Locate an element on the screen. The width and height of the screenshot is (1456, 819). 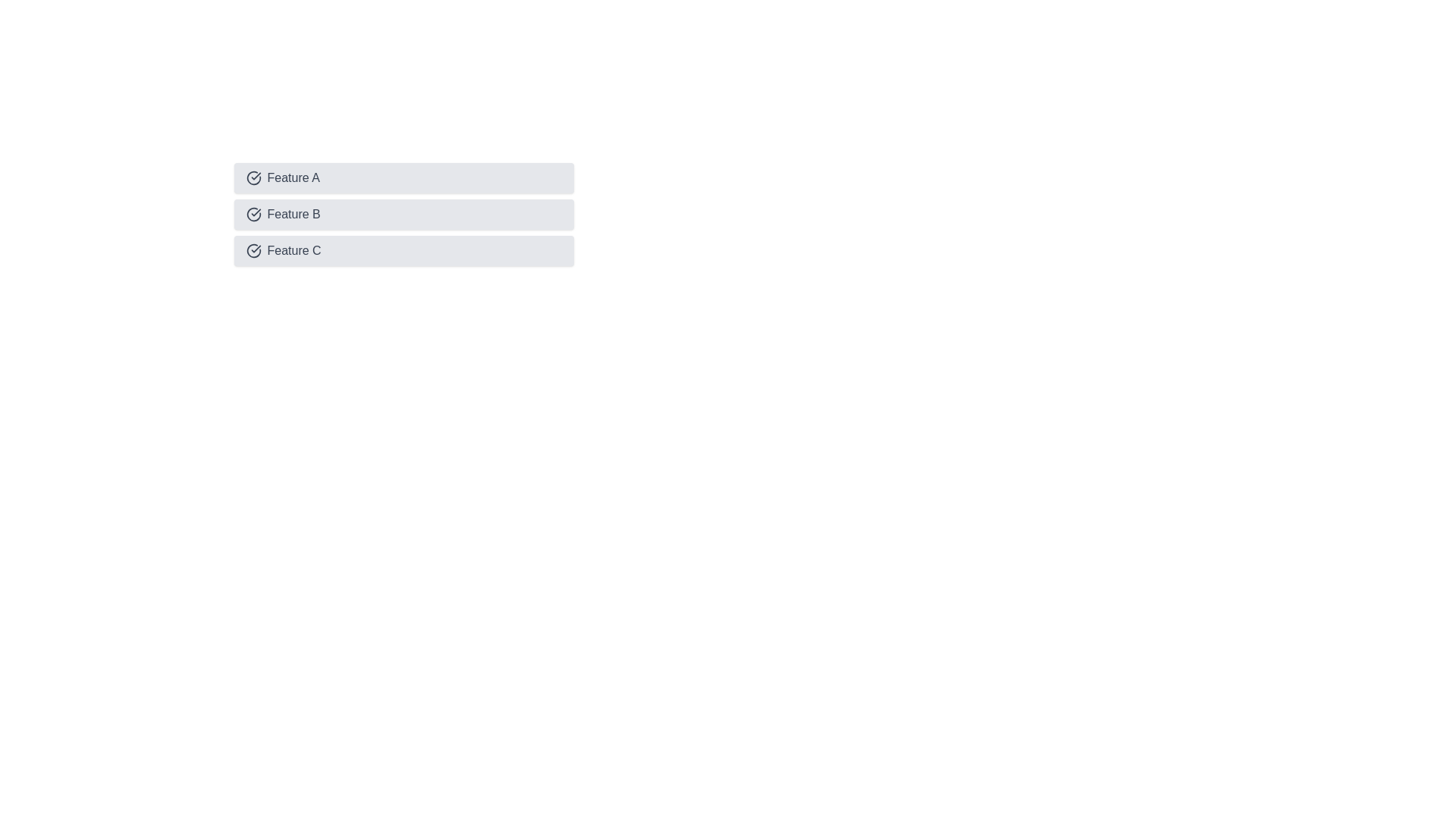
the chip labeled Feature C is located at coordinates (403, 250).